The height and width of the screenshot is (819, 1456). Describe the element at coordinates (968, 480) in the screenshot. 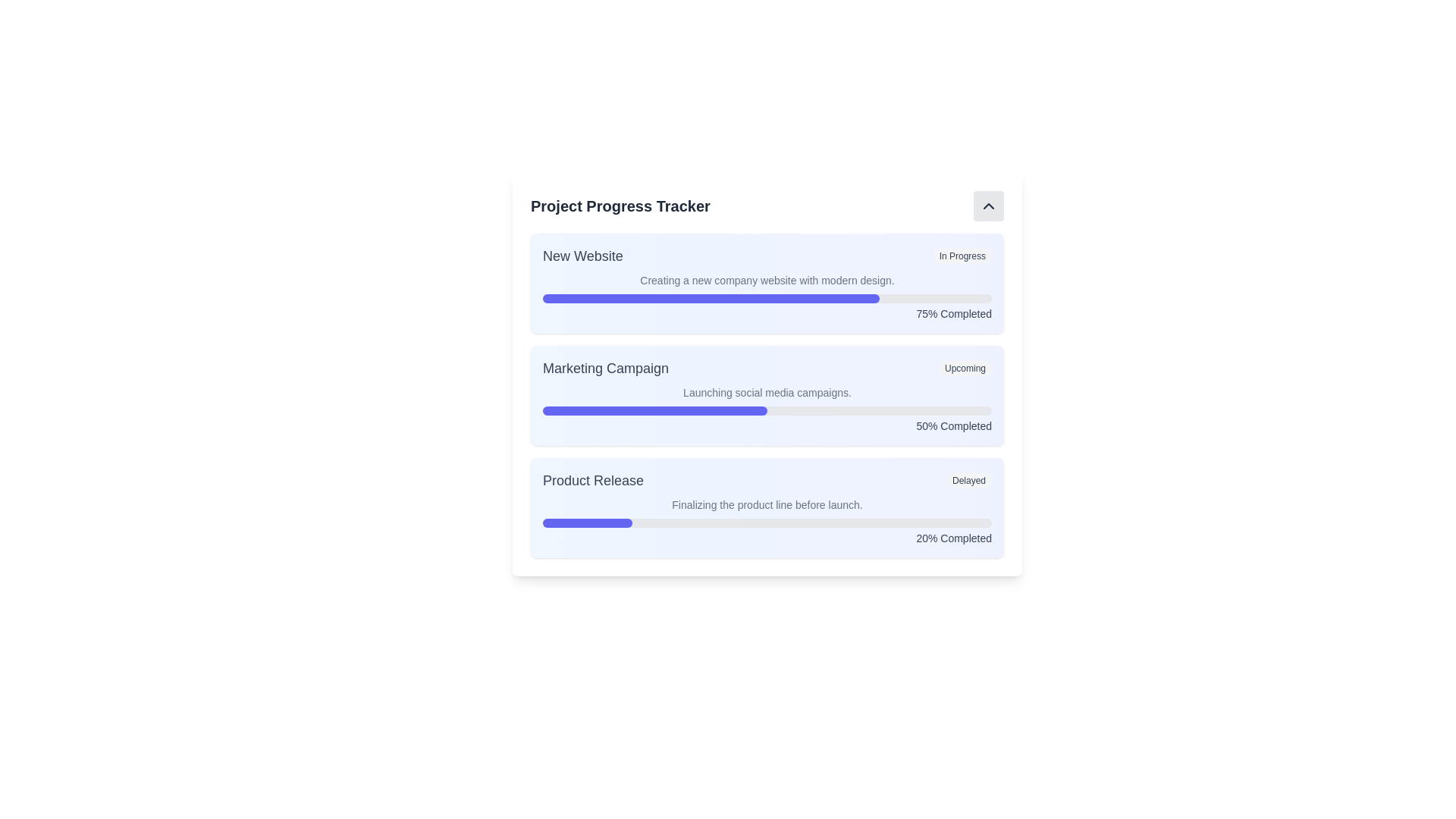

I see `the rounded gray label with the text 'Delayed' located at the right side of the 'Product Release' entry in the 'Project Progress Tracker' section` at that location.